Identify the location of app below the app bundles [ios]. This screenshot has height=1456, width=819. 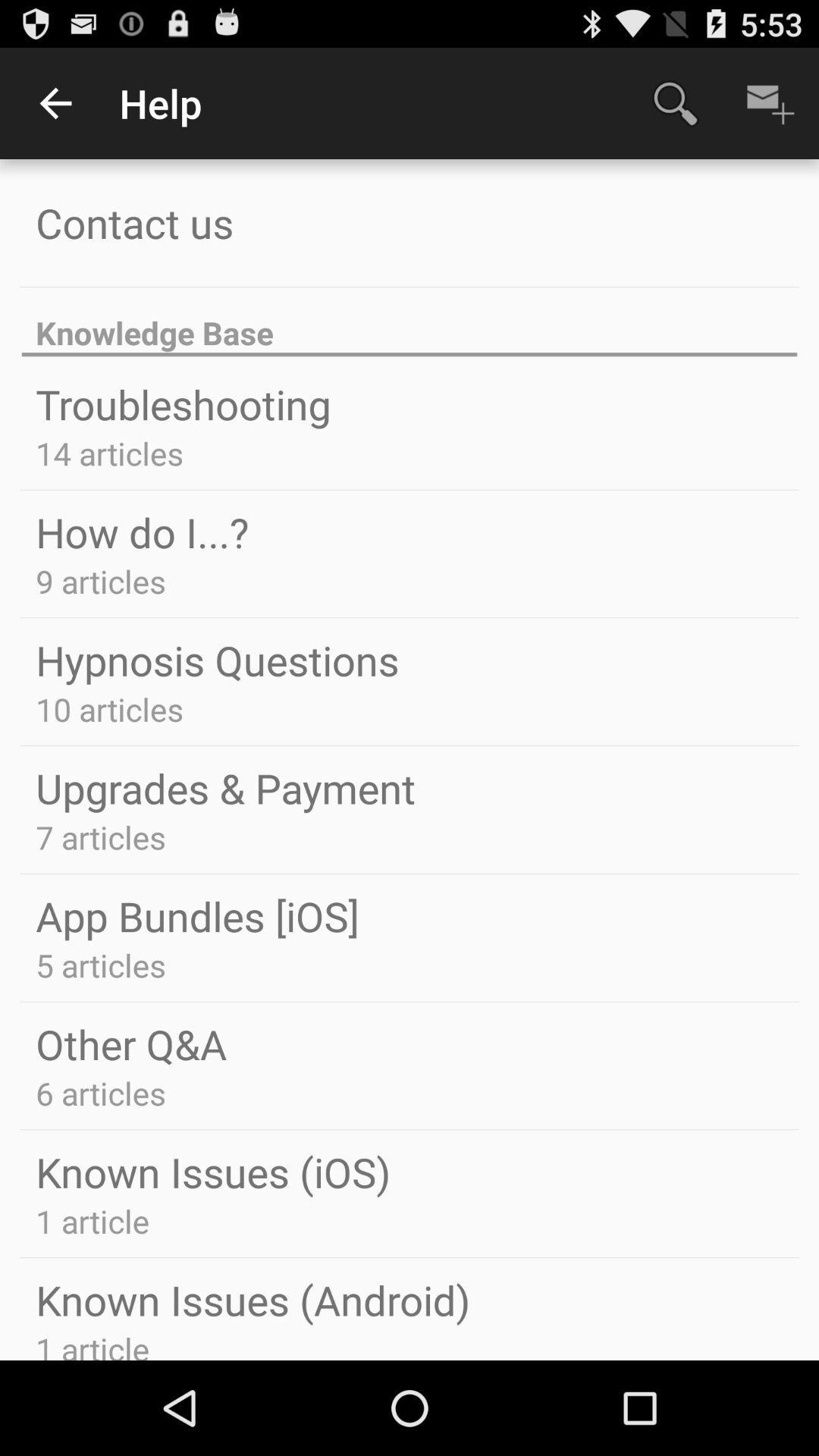
(101, 964).